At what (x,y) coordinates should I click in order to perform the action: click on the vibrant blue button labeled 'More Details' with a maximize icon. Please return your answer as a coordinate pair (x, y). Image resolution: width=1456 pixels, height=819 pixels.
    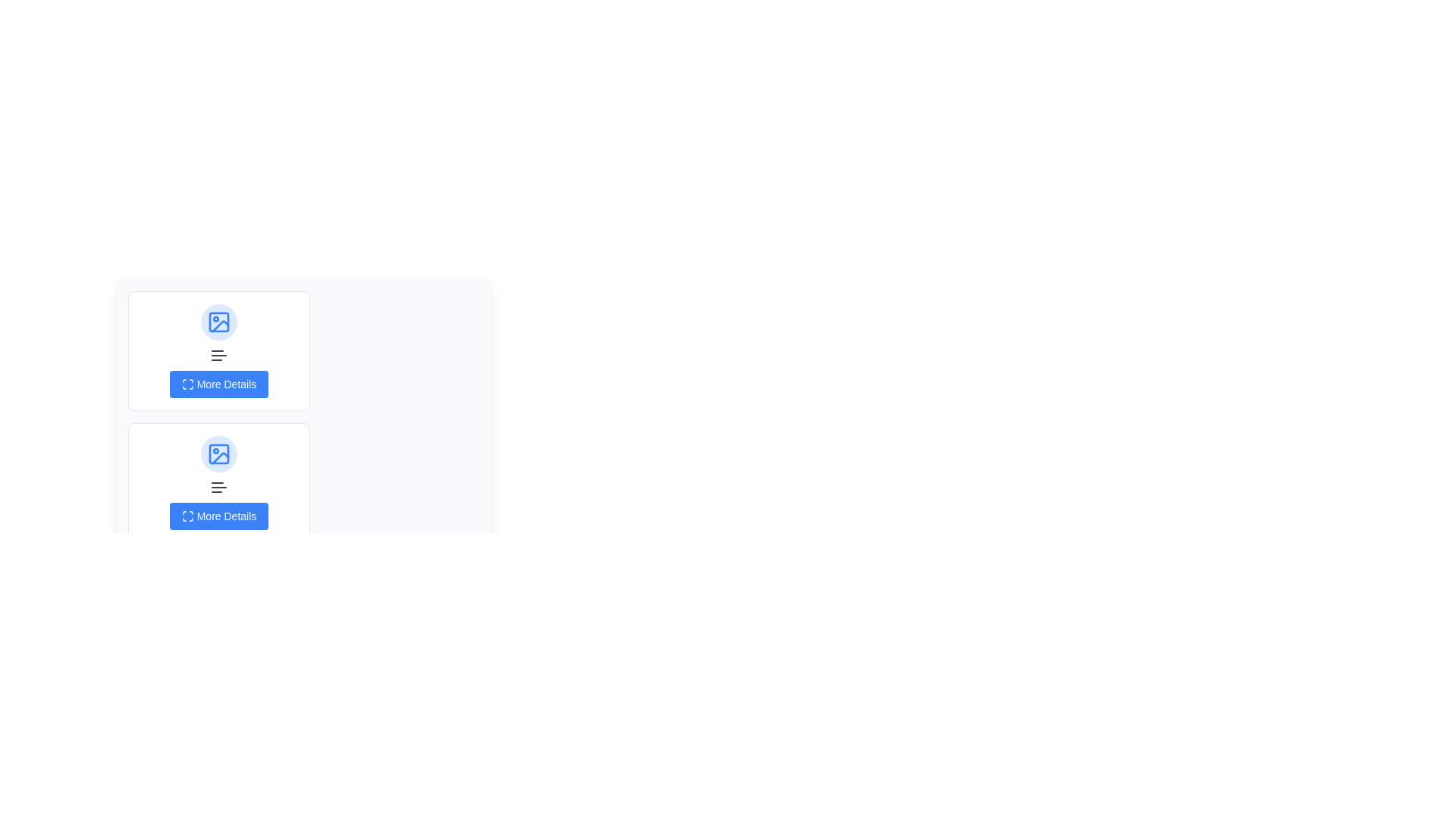
    Looking at the image, I should click on (218, 383).